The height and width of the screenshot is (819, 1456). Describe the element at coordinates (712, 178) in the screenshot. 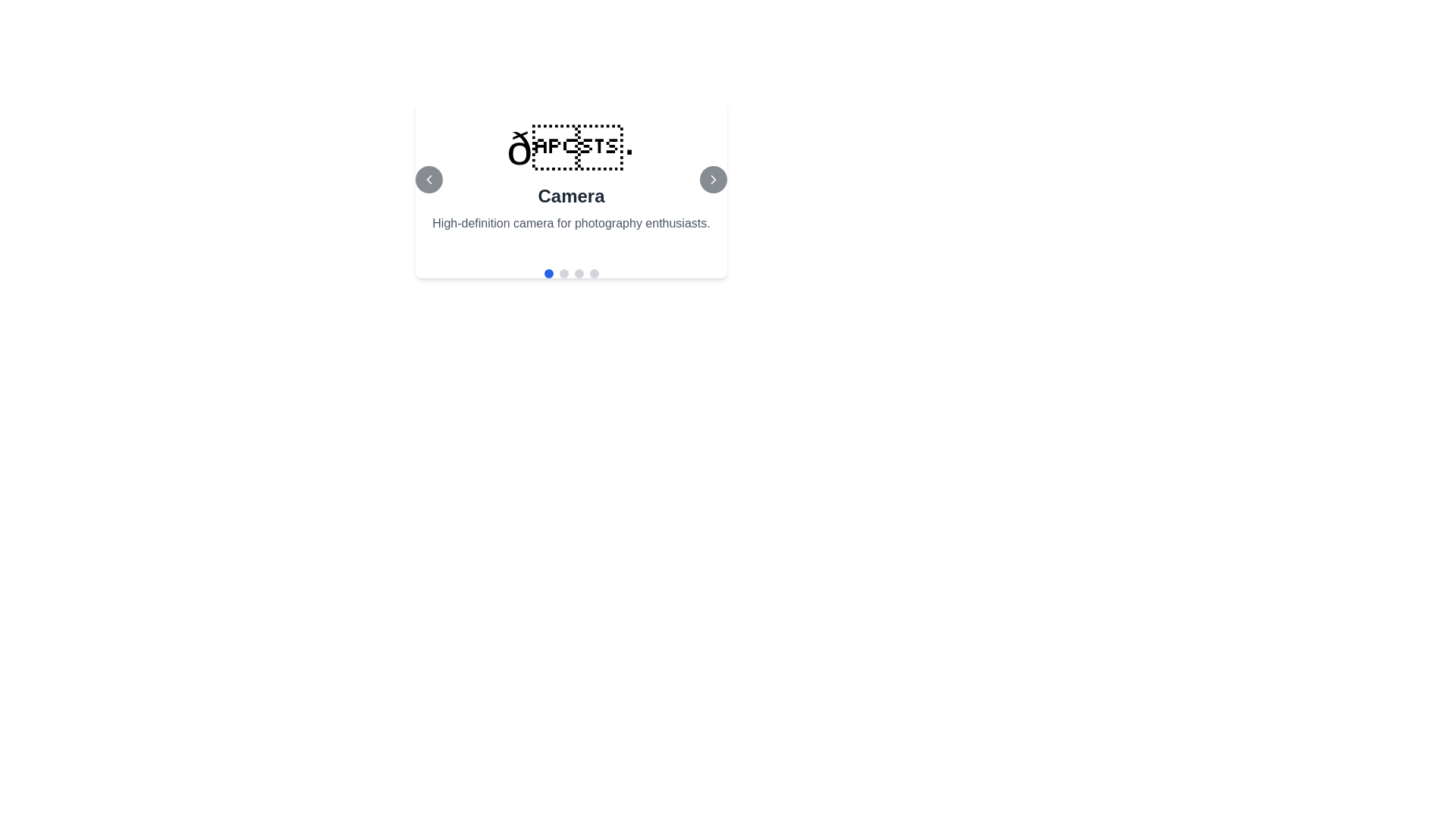

I see `the small right-pointing chevron icon within the circular button on the card interface` at that location.